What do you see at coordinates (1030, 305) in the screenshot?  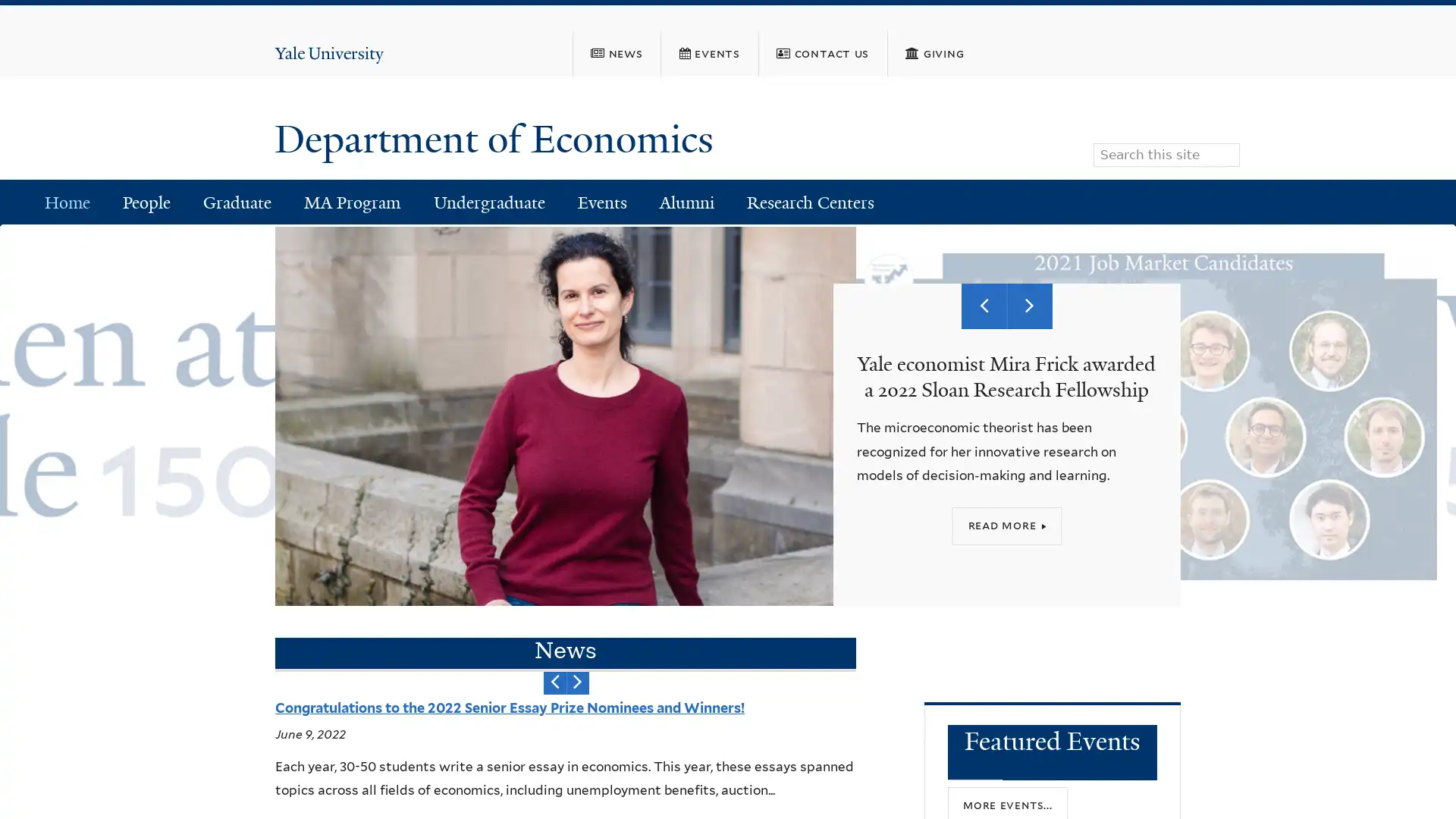 I see `next` at bounding box center [1030, 305].